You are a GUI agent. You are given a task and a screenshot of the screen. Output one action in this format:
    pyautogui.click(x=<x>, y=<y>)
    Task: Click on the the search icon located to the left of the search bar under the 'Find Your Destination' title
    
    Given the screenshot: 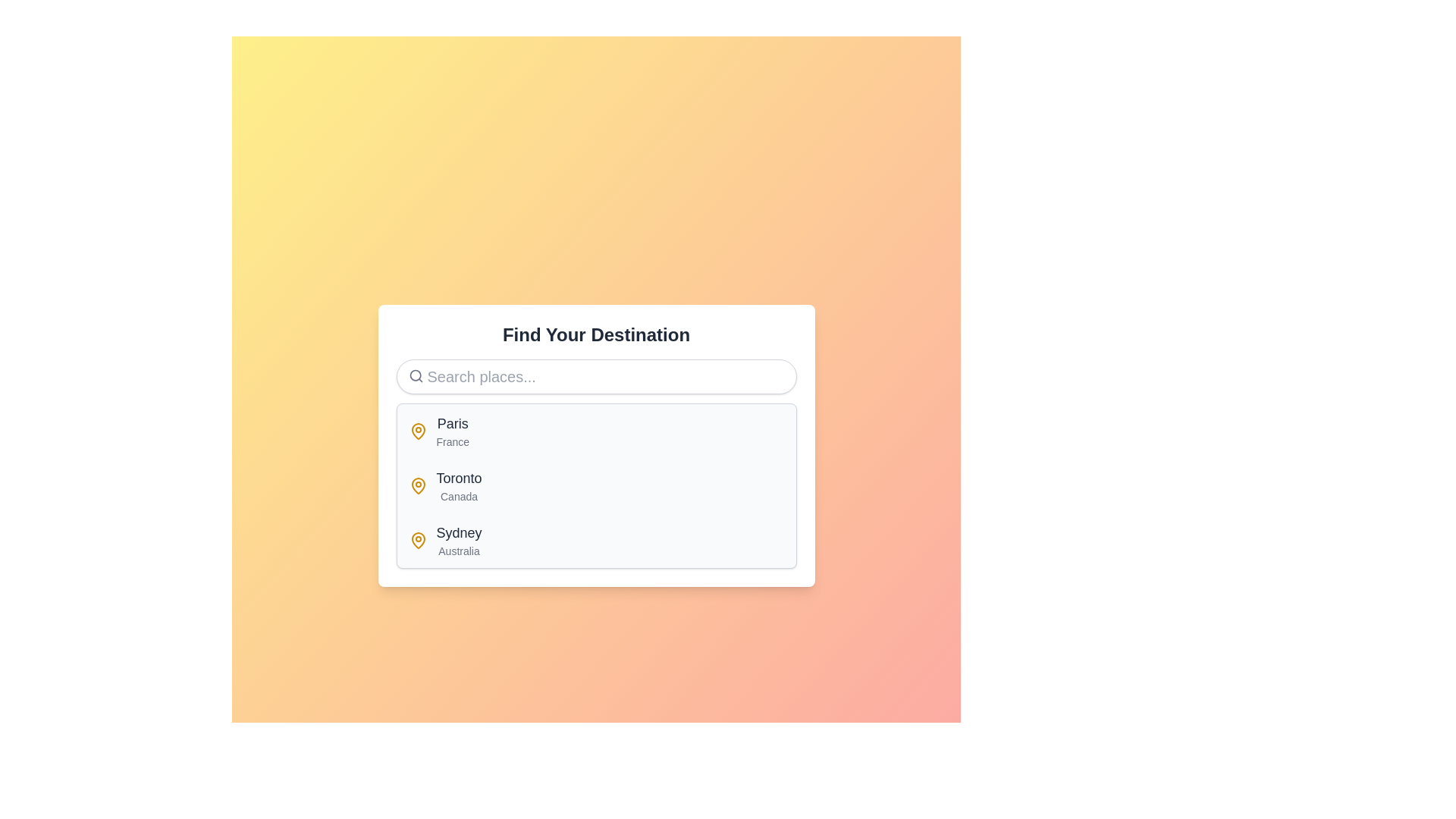 What is the action you would take?
    pyautogui.click(x=416, y=375)
    